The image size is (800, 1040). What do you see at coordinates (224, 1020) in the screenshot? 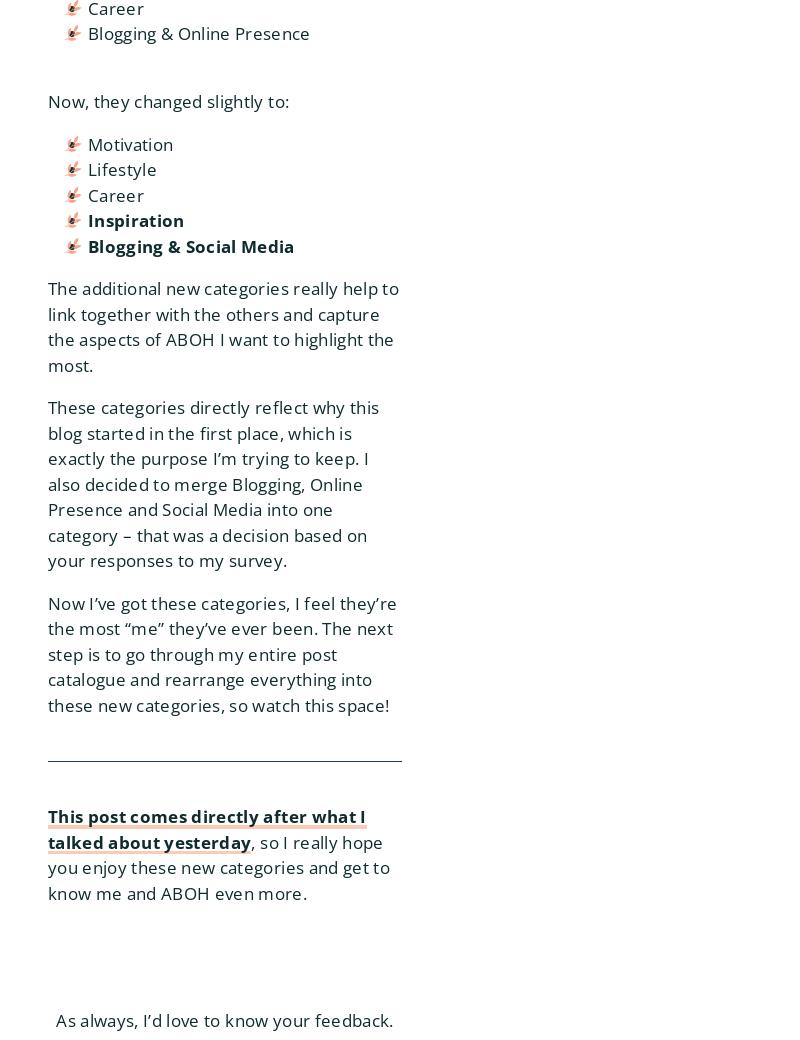
I see `'As always, I’d love to know your feedback.'` at bounding box center [224, 1020].